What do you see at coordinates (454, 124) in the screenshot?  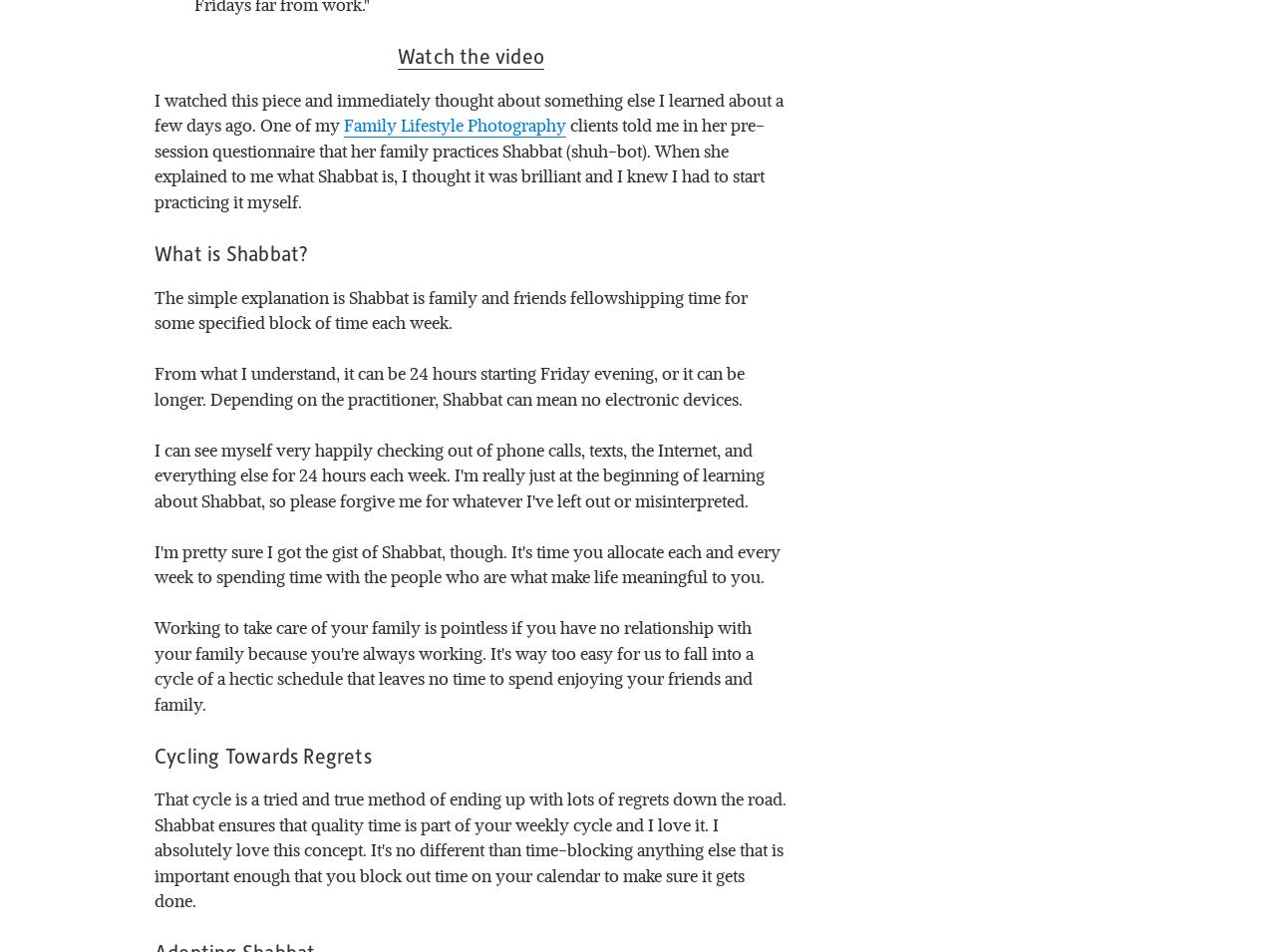 I see `'Family Lifestyle Photography'` at bounding box center [454, 124].